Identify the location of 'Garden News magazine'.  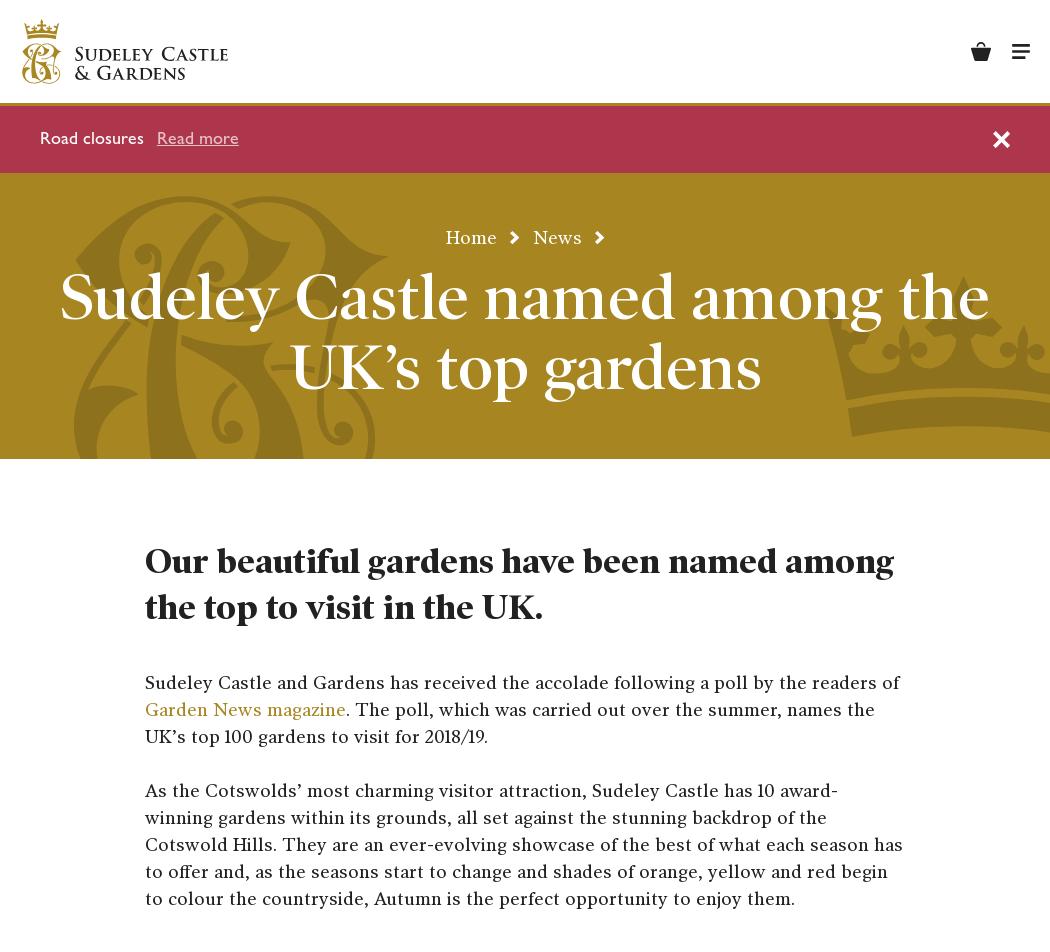
(245, 710).